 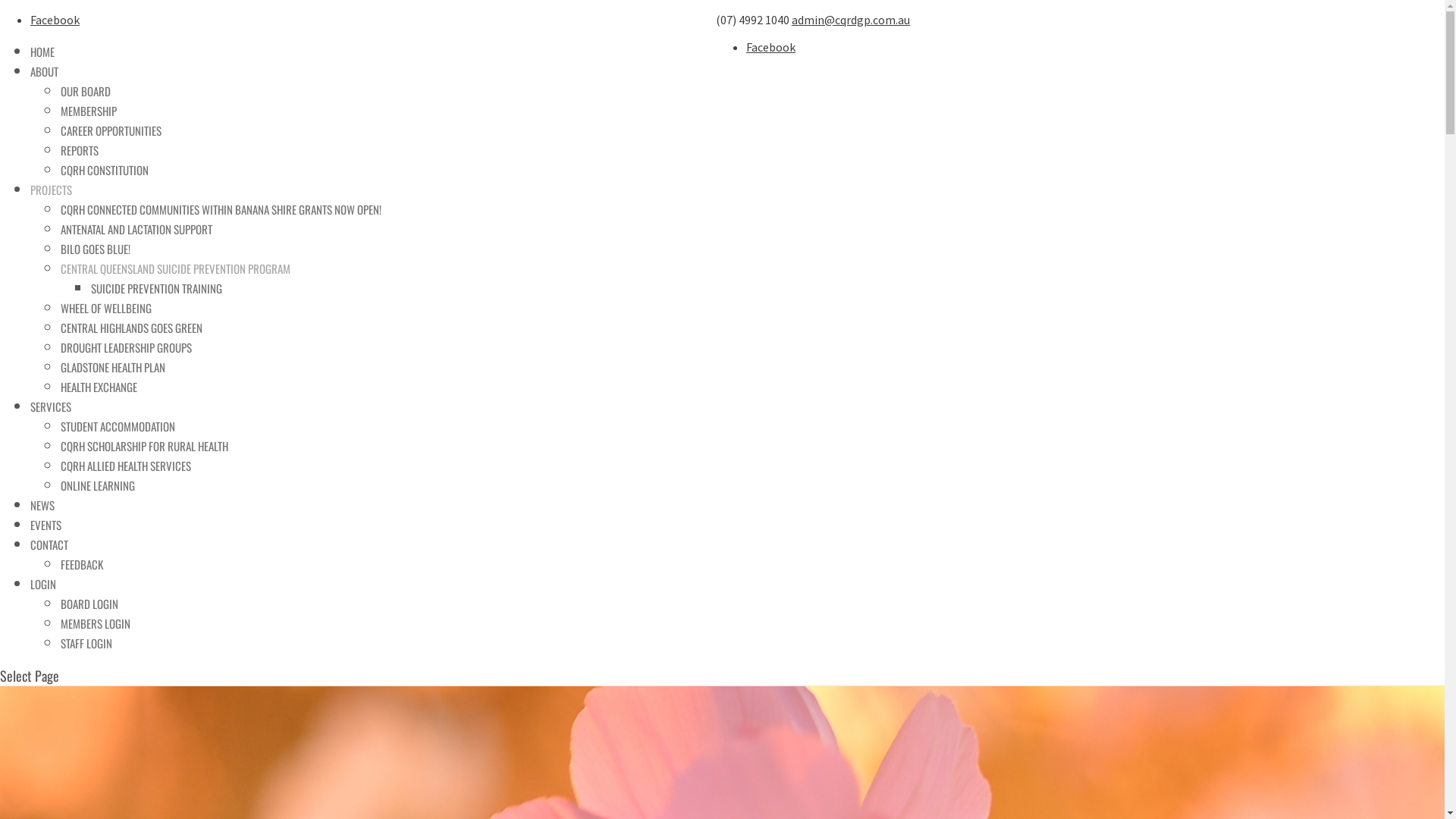 What do you see at coordinates (80, 564) in the screenshot?
I see `'FEEDBACK'` at bounding box center [80, 564].